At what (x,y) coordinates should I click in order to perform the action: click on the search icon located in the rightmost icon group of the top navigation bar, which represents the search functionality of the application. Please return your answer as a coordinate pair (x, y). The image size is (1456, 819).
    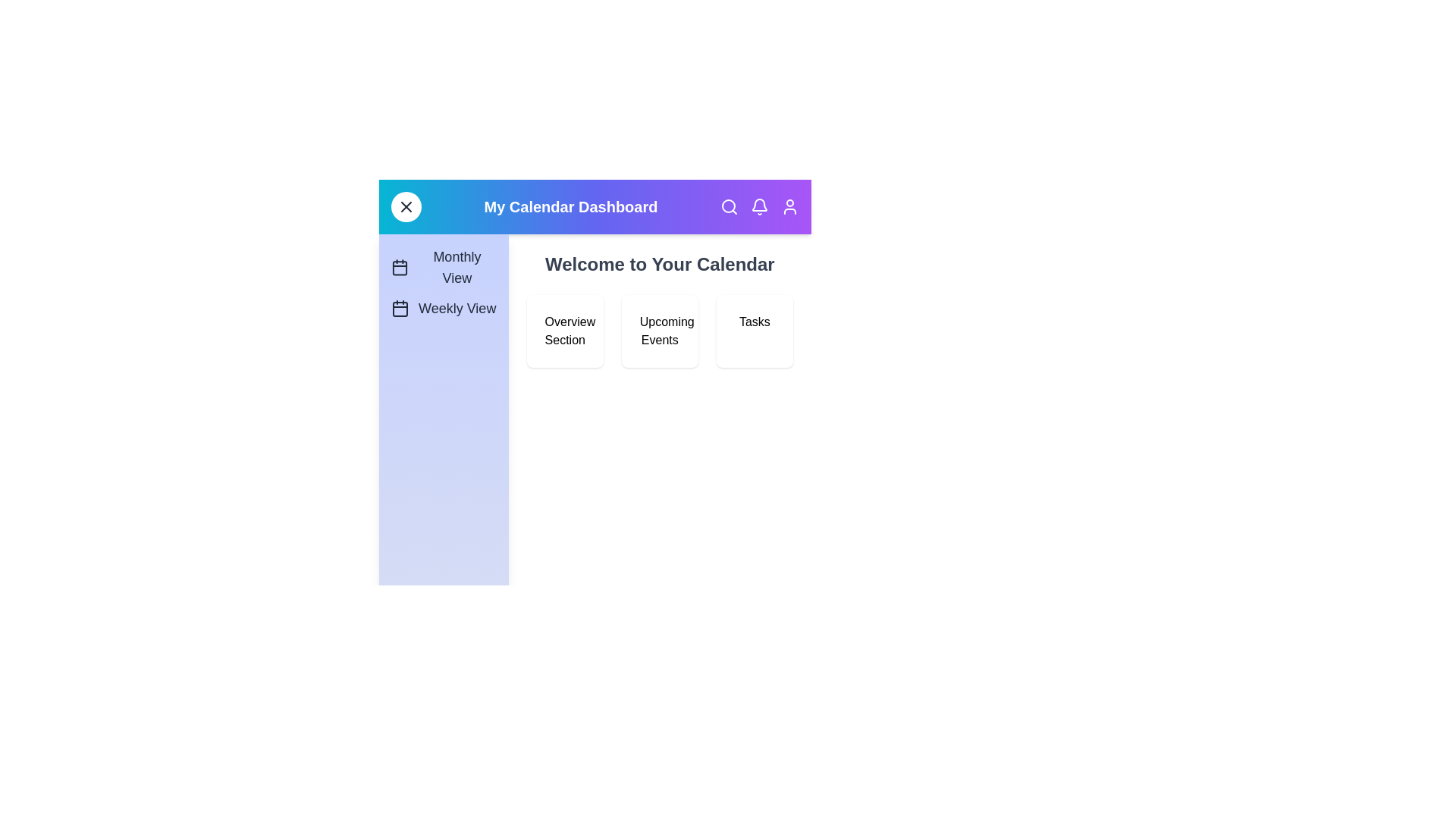
    Looking at the image, I should click on (728, 206).